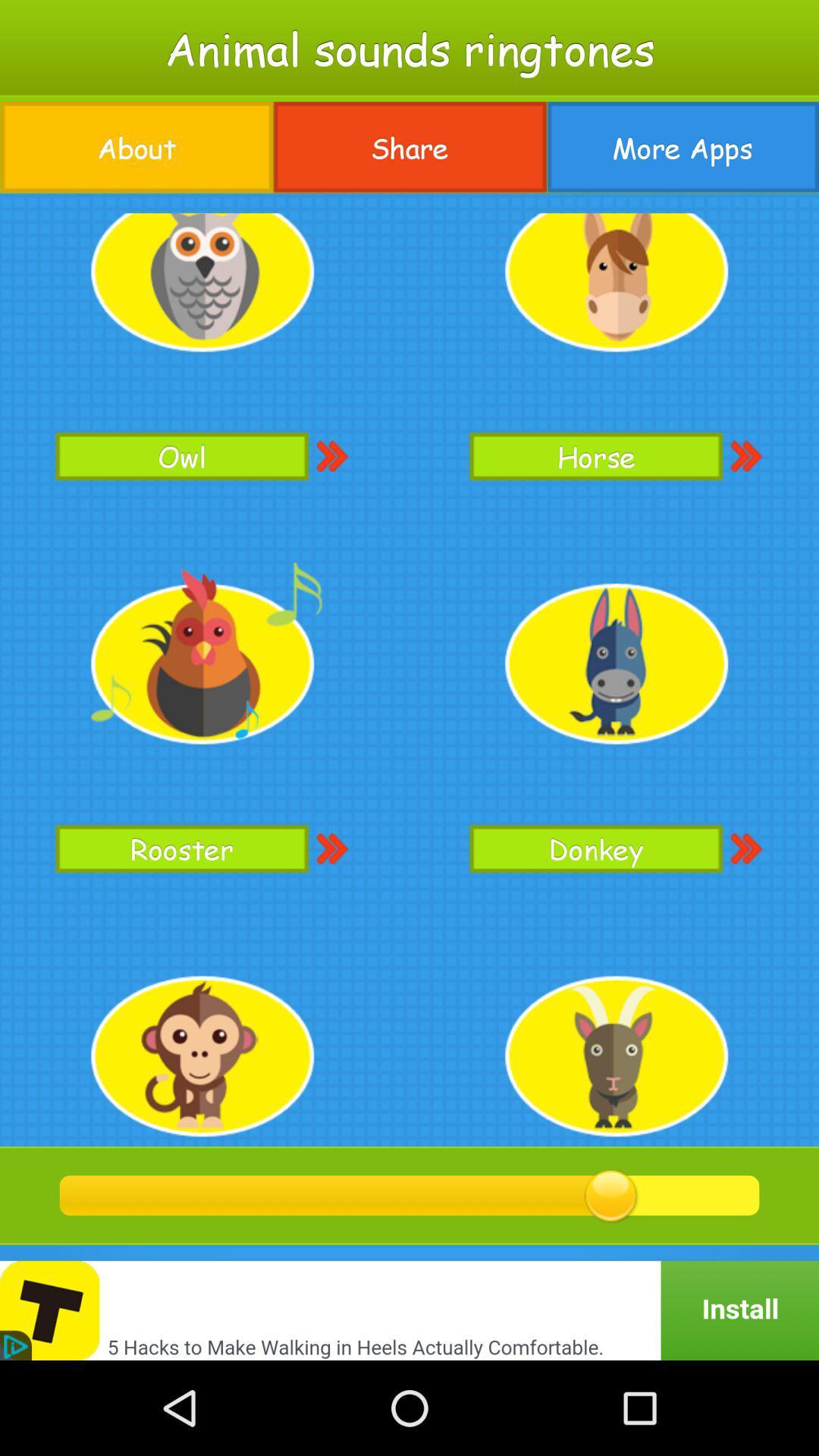 The image size is (819, 1456). What do you see at coordinates (409, 147) in the screenshot?
I see `the item next to more apps button` at bounding box center [409, 147].